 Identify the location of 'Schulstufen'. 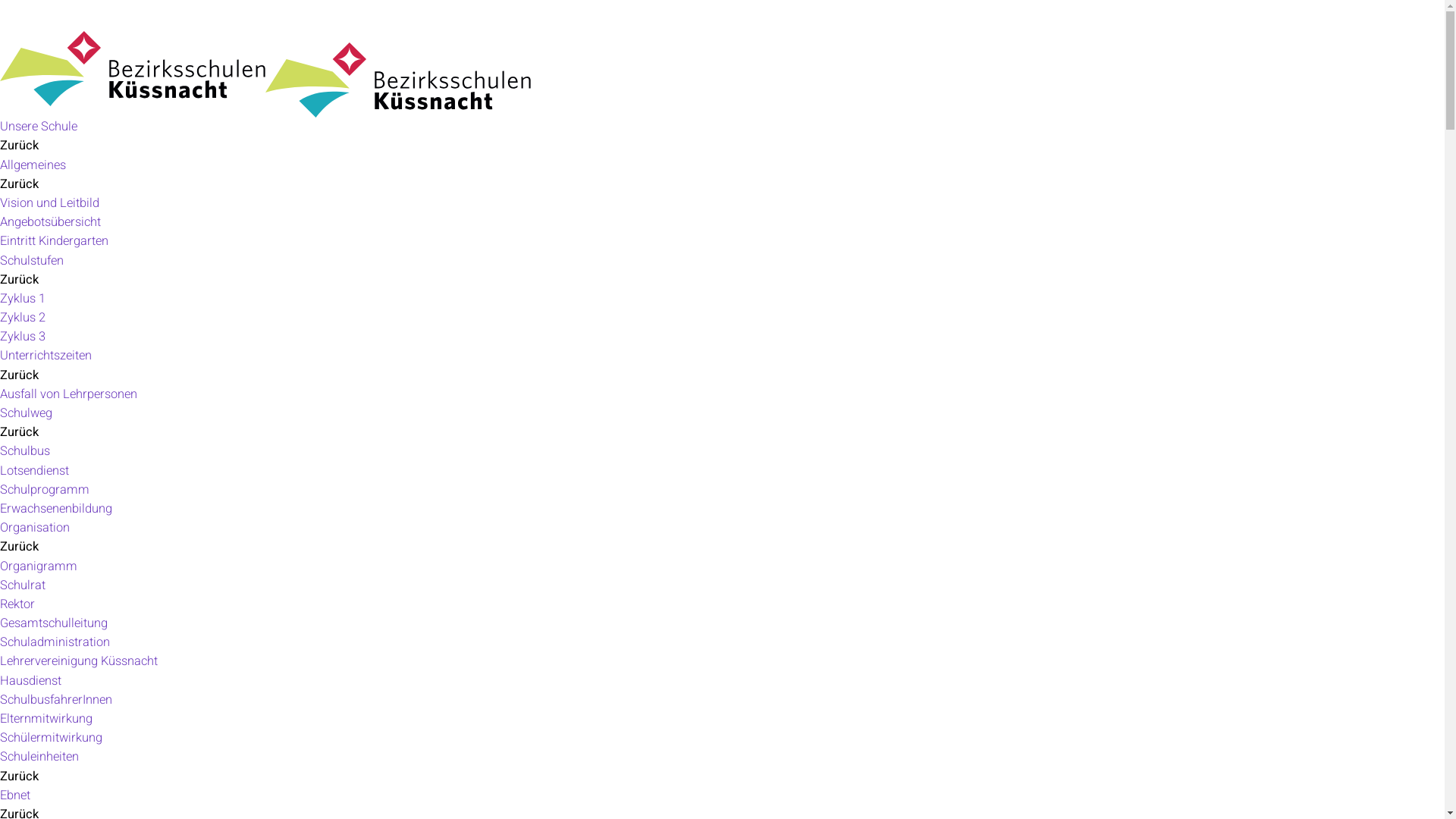
(32, 259).